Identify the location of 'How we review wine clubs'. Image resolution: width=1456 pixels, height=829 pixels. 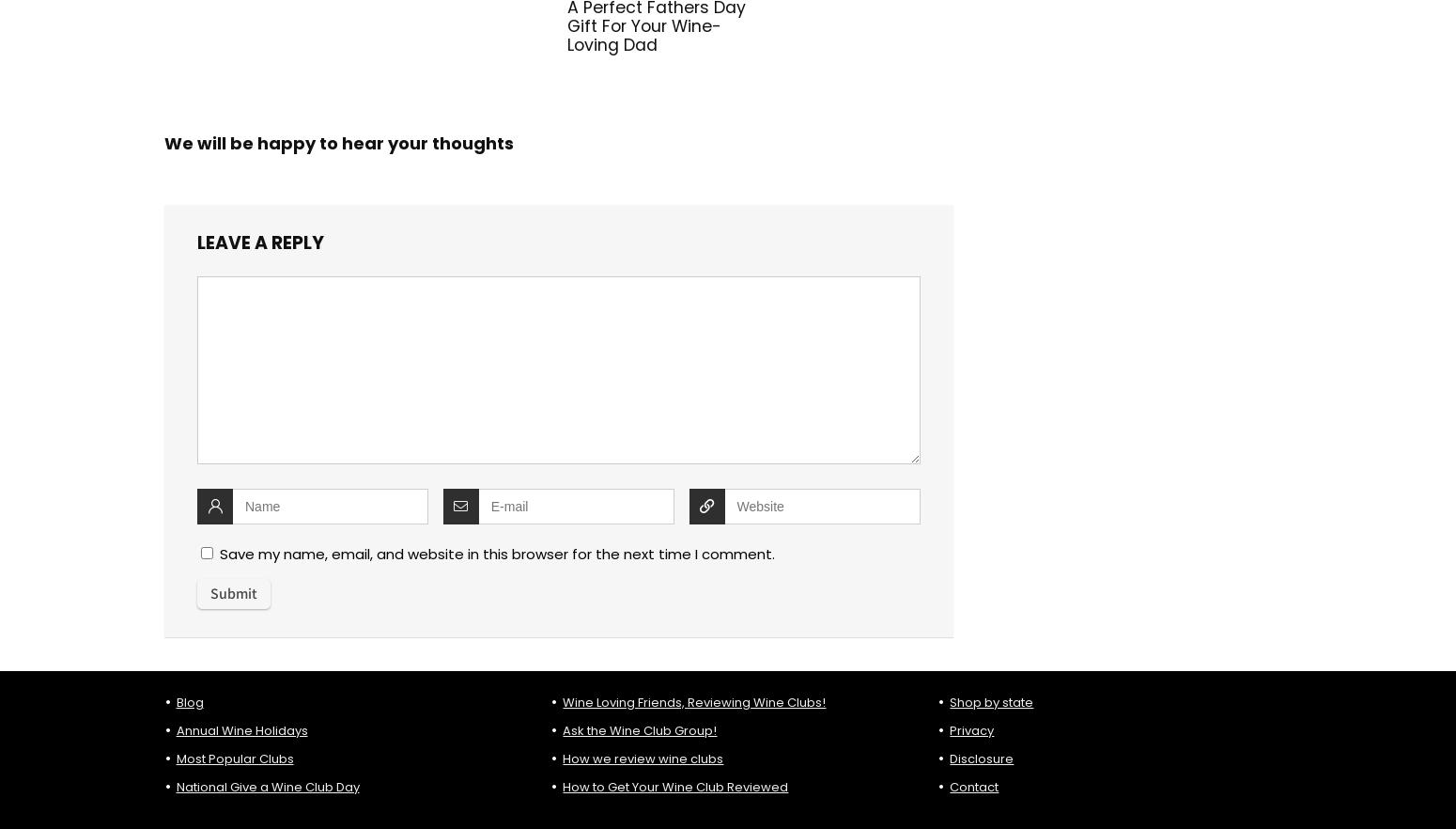
(563, 757).